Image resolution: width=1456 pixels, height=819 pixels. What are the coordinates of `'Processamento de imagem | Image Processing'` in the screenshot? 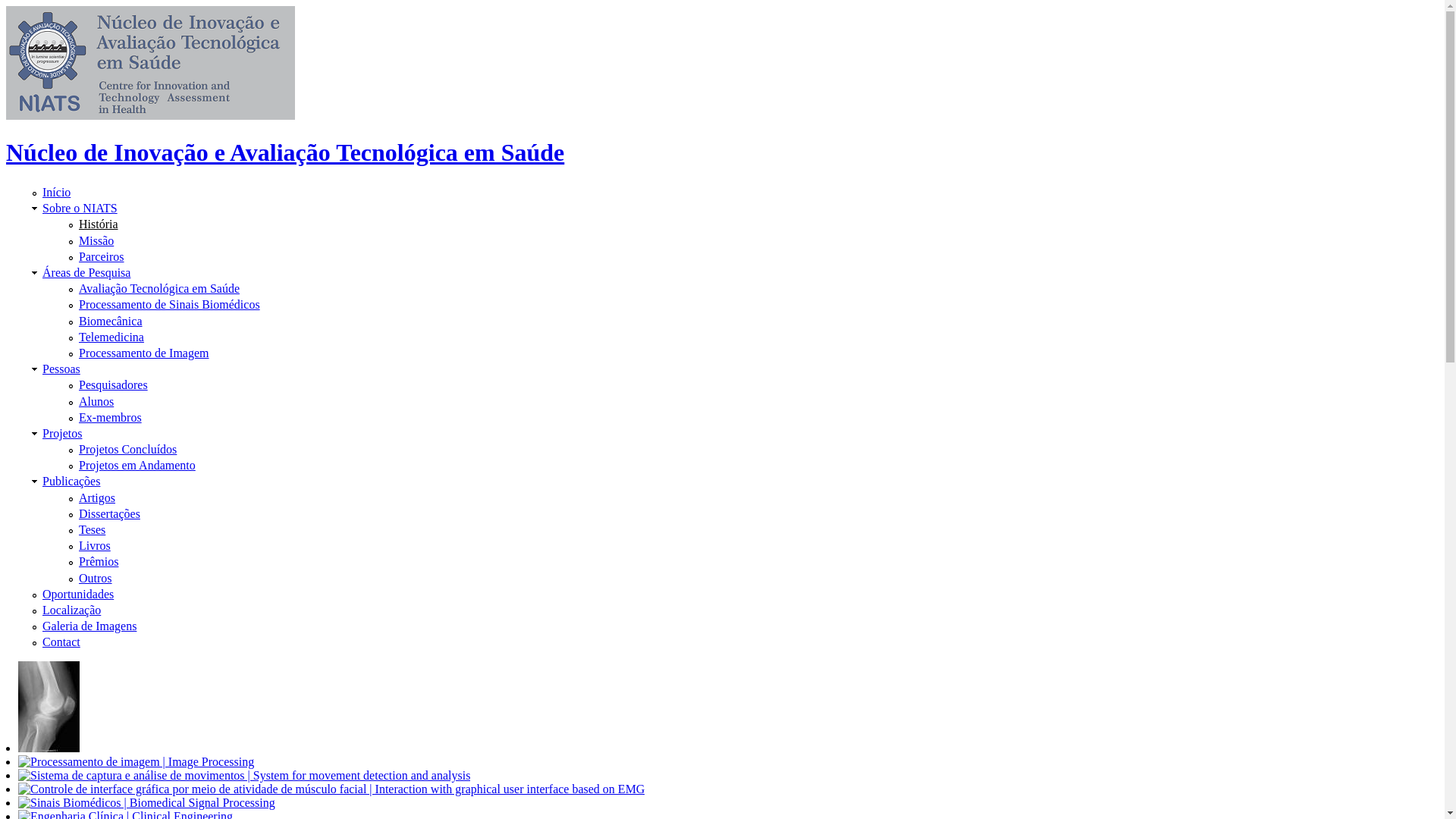 It's located at (136, 762).